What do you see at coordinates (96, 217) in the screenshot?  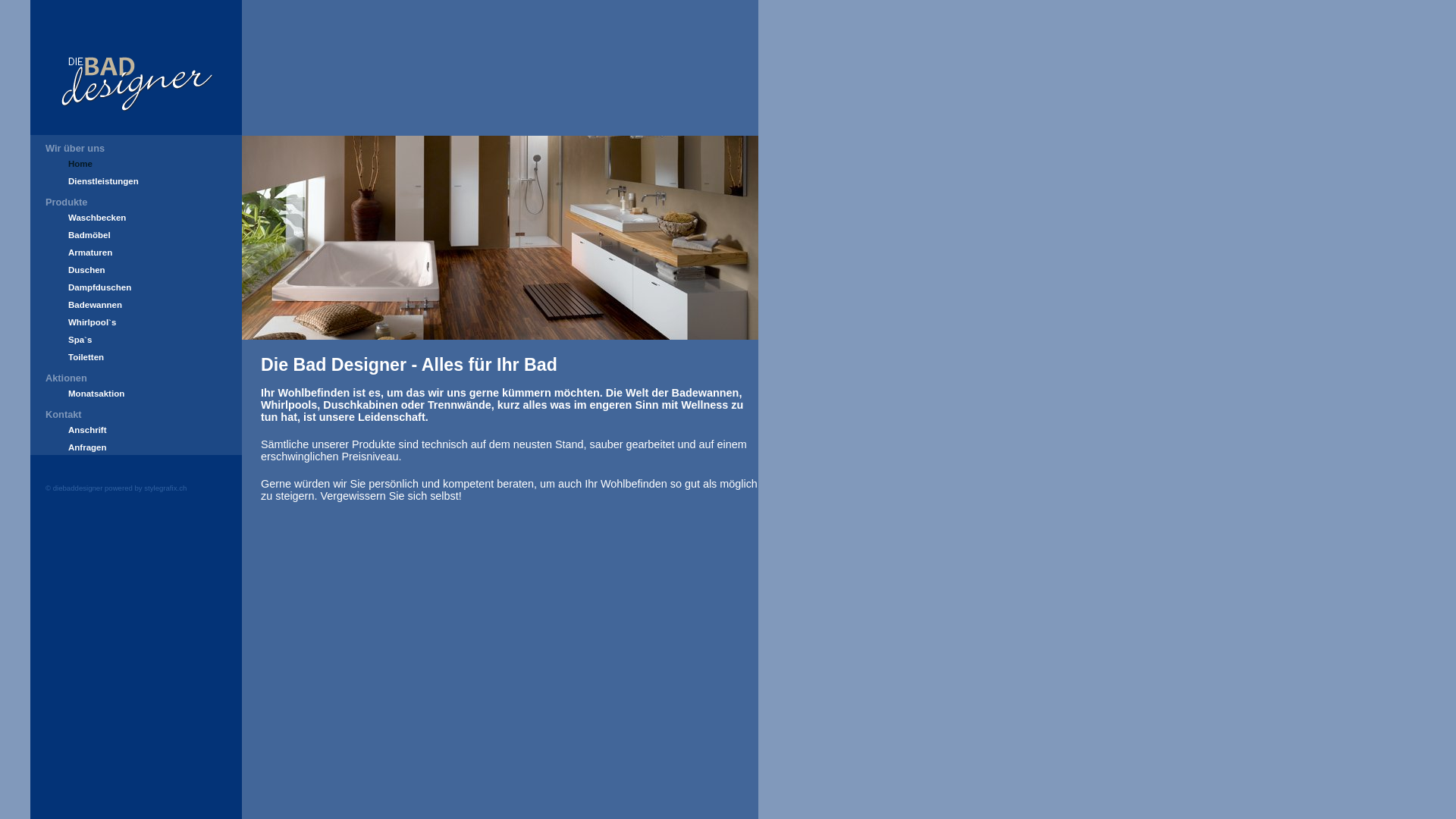 I see `'Waschbecken'` at bounding box center [96, 217].